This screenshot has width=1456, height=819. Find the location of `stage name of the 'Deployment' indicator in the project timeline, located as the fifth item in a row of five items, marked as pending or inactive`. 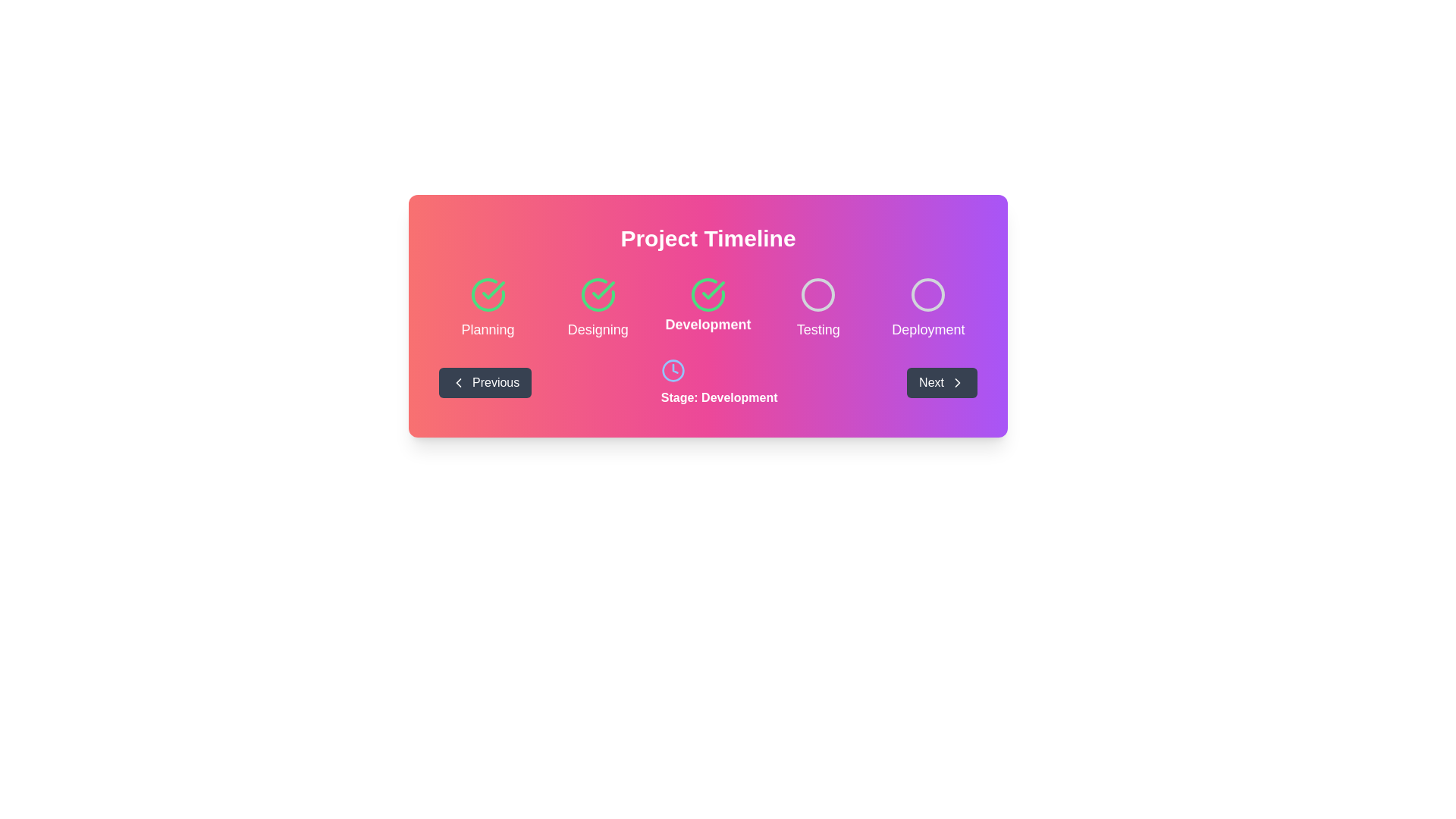

stage name of the 'Deployment' indicator in the project timeline, located as the fifth item in a row of five items, marked as pending or inactive is located at coordinates (927, 308).